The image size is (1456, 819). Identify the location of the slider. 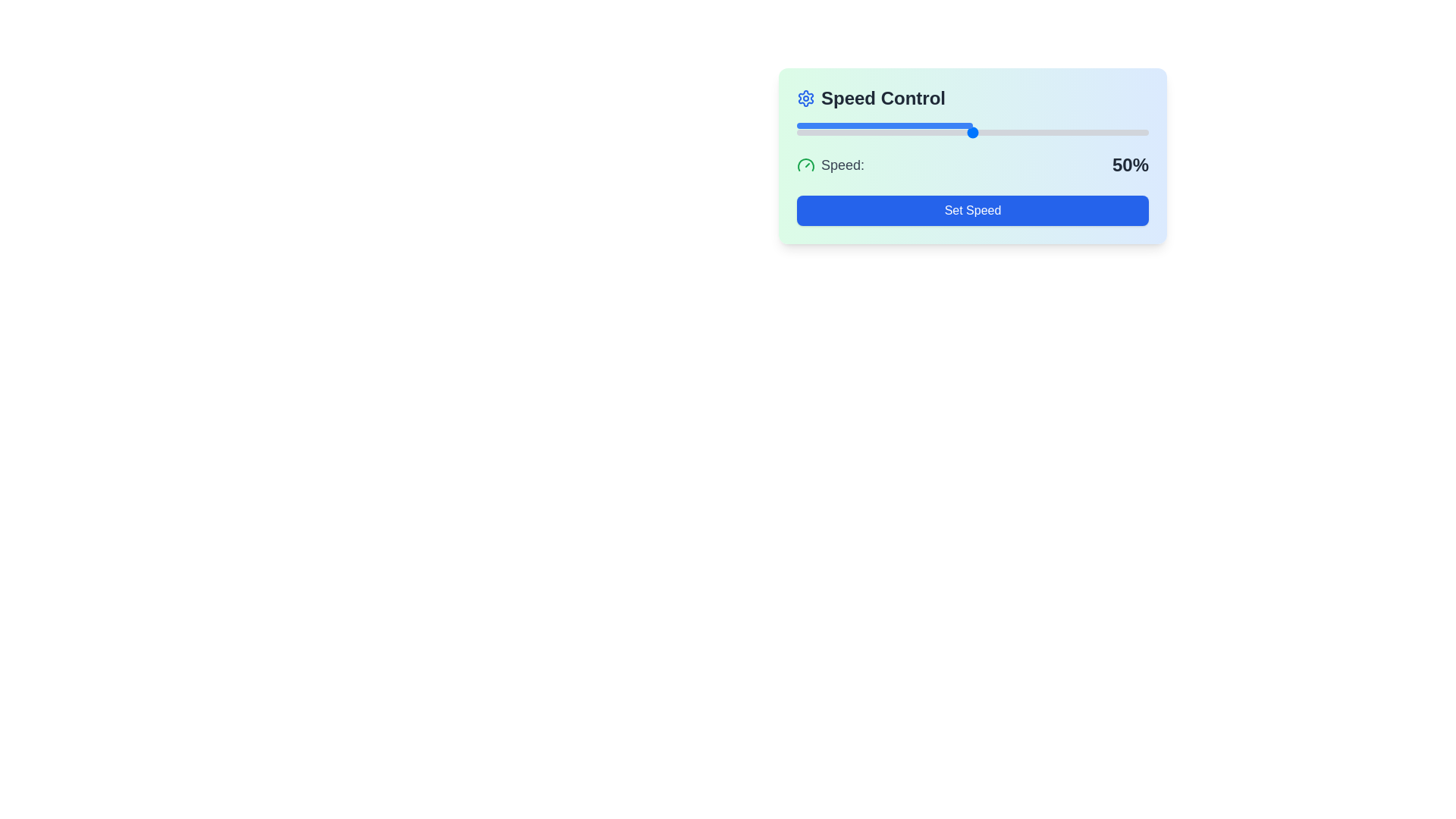
(1081, 131).